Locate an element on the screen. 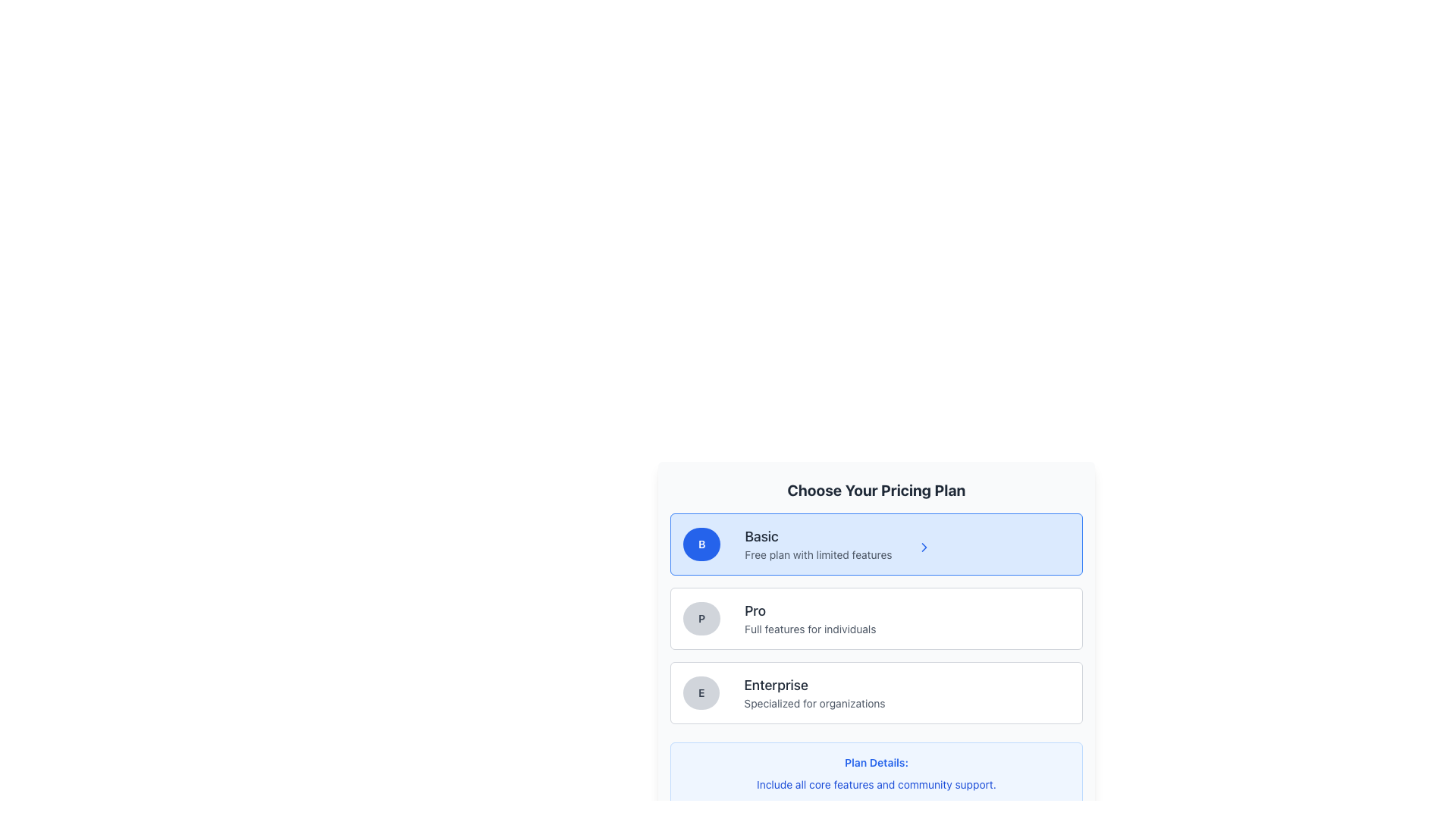 This screenshot has width=1456, height=819. the text that provides additional details about the 'Basic' plan, located beneath its title in the 'Basic' option card is located at coordinates (817, 555).